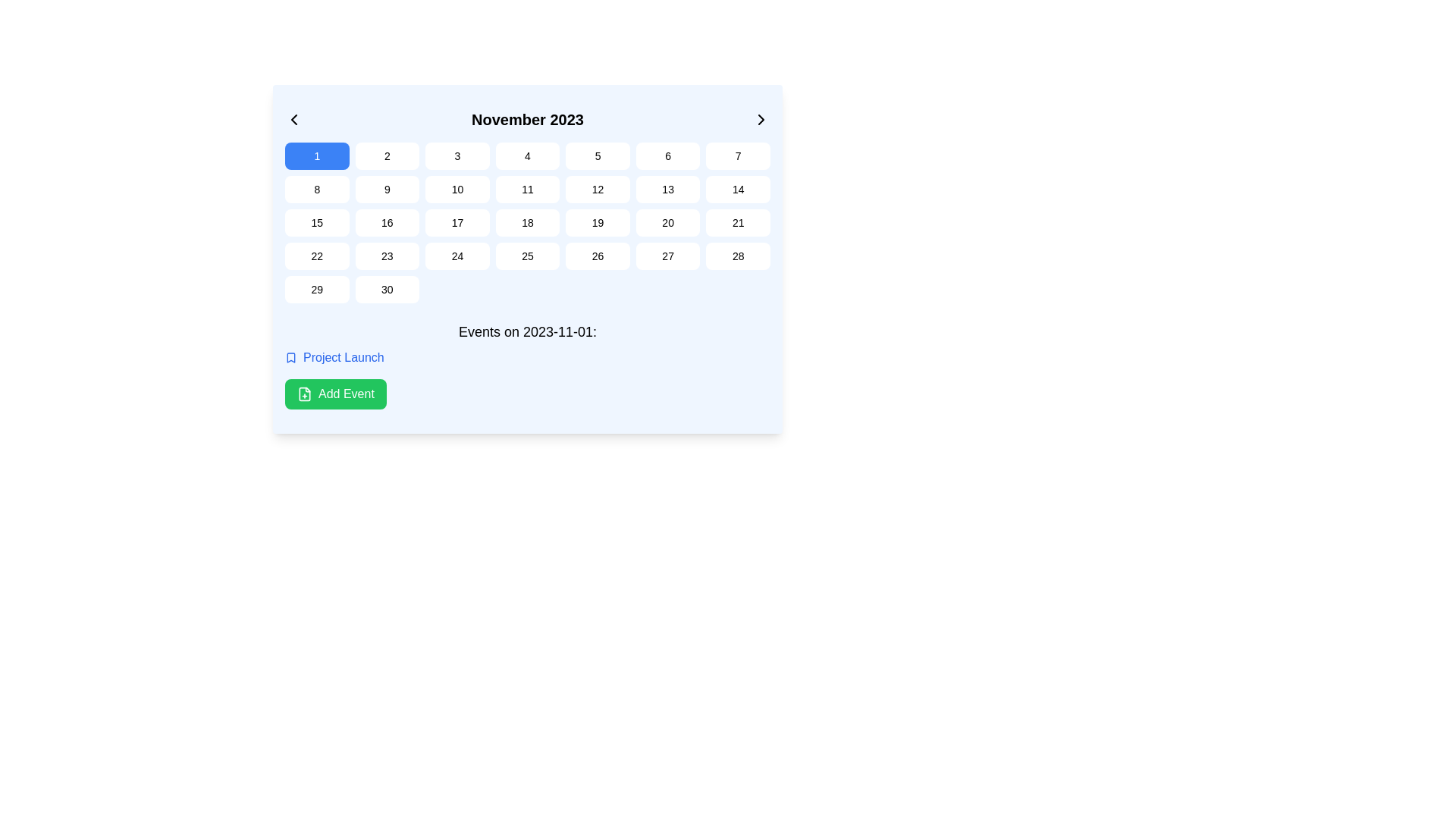 The image size is (1456, 819). I want to click on the chevron-shaped icon, which is a rightward-pointing arrow located in the top-right corner of the calendar interface, next to the header displaying the current month and year, so click(761, 119).